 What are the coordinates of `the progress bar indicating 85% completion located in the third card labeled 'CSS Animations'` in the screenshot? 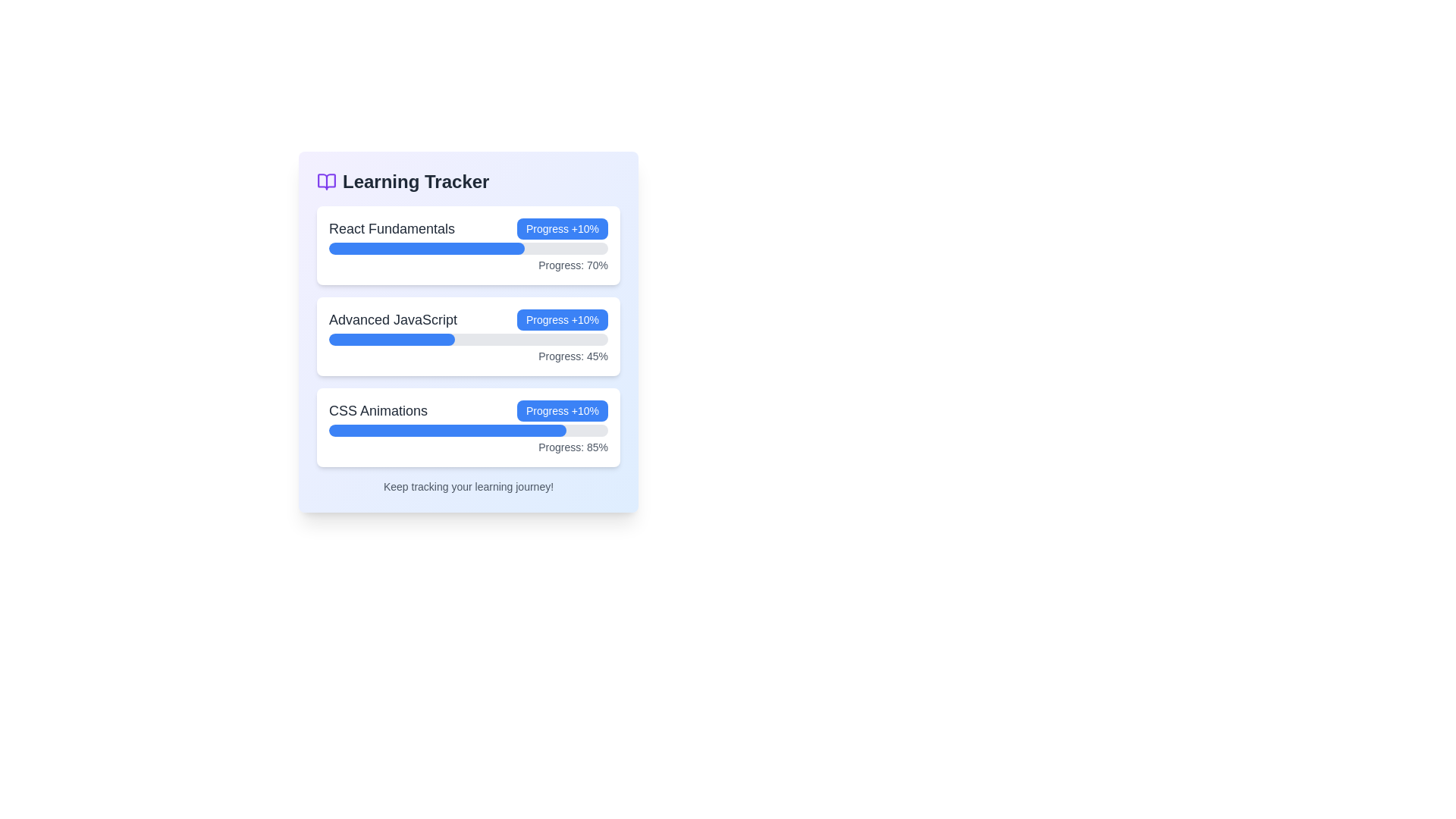 It's located at (468, 430).